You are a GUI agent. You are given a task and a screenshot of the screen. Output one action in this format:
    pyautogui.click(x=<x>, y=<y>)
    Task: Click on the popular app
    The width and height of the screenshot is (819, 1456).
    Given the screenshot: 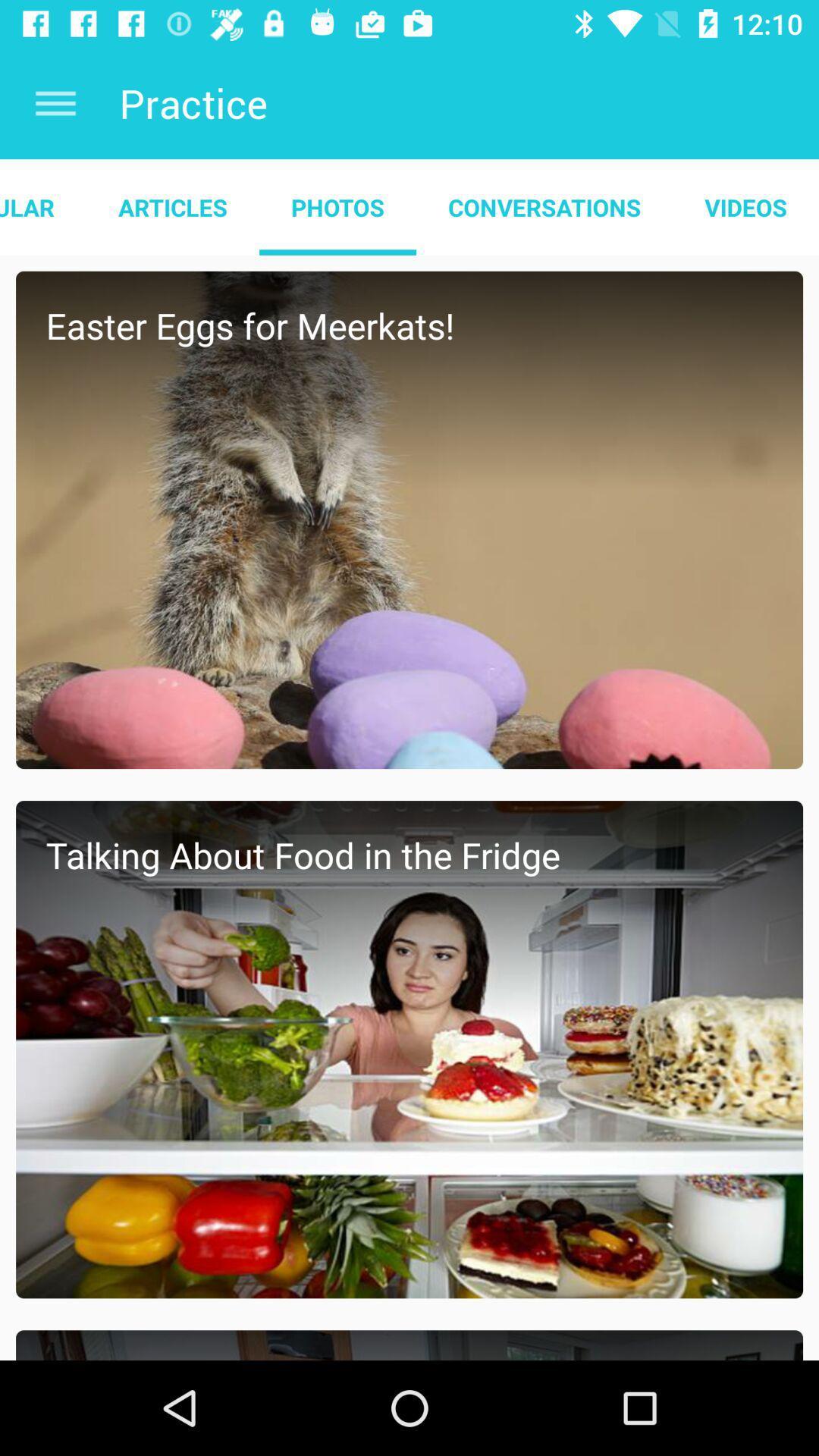 What is the action you would take?
    pyautogui.click(x=42, y=206)
    